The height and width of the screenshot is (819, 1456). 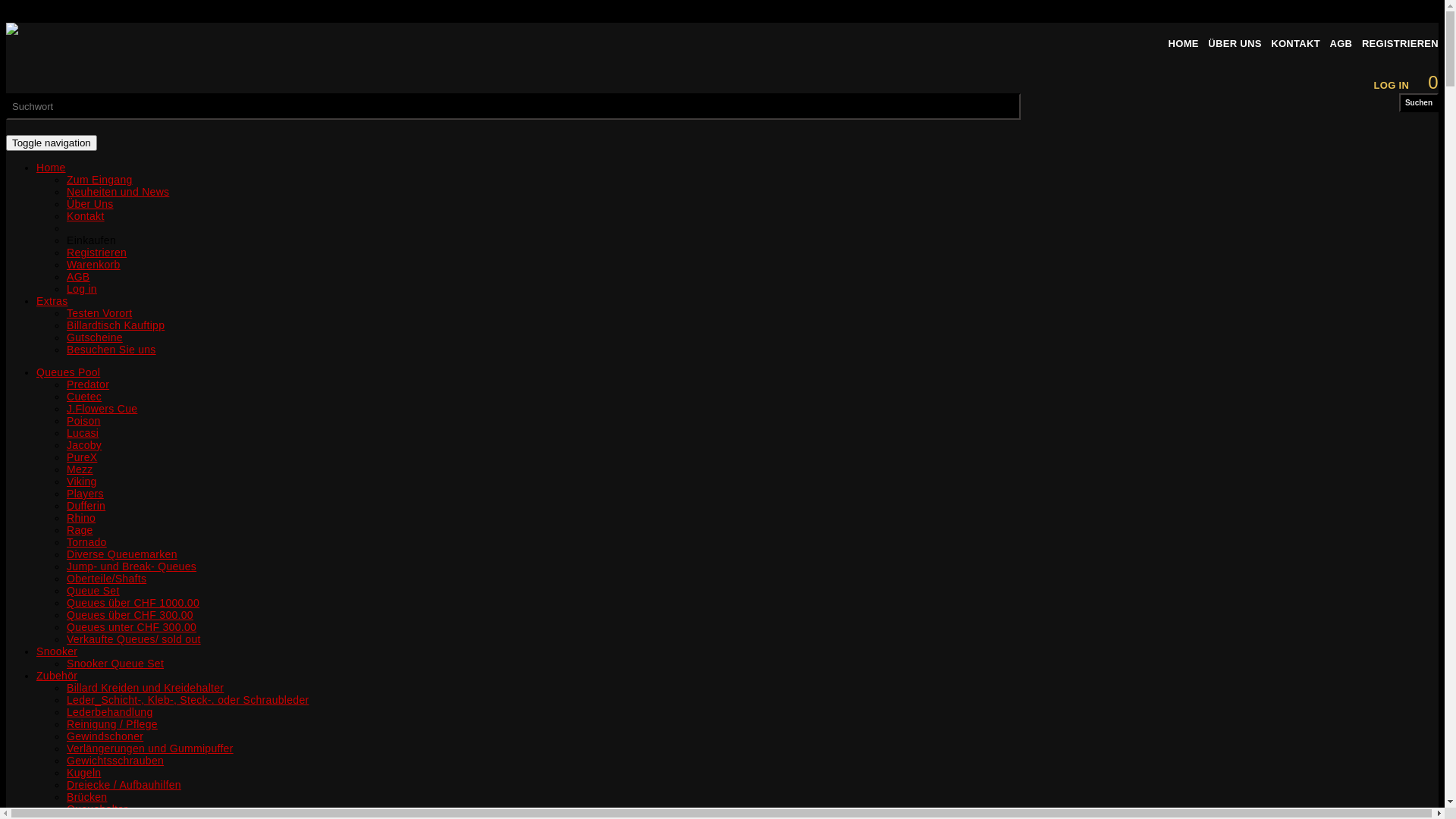 I want to click on 'Lederbehandlung', so click(x=108, y=711).